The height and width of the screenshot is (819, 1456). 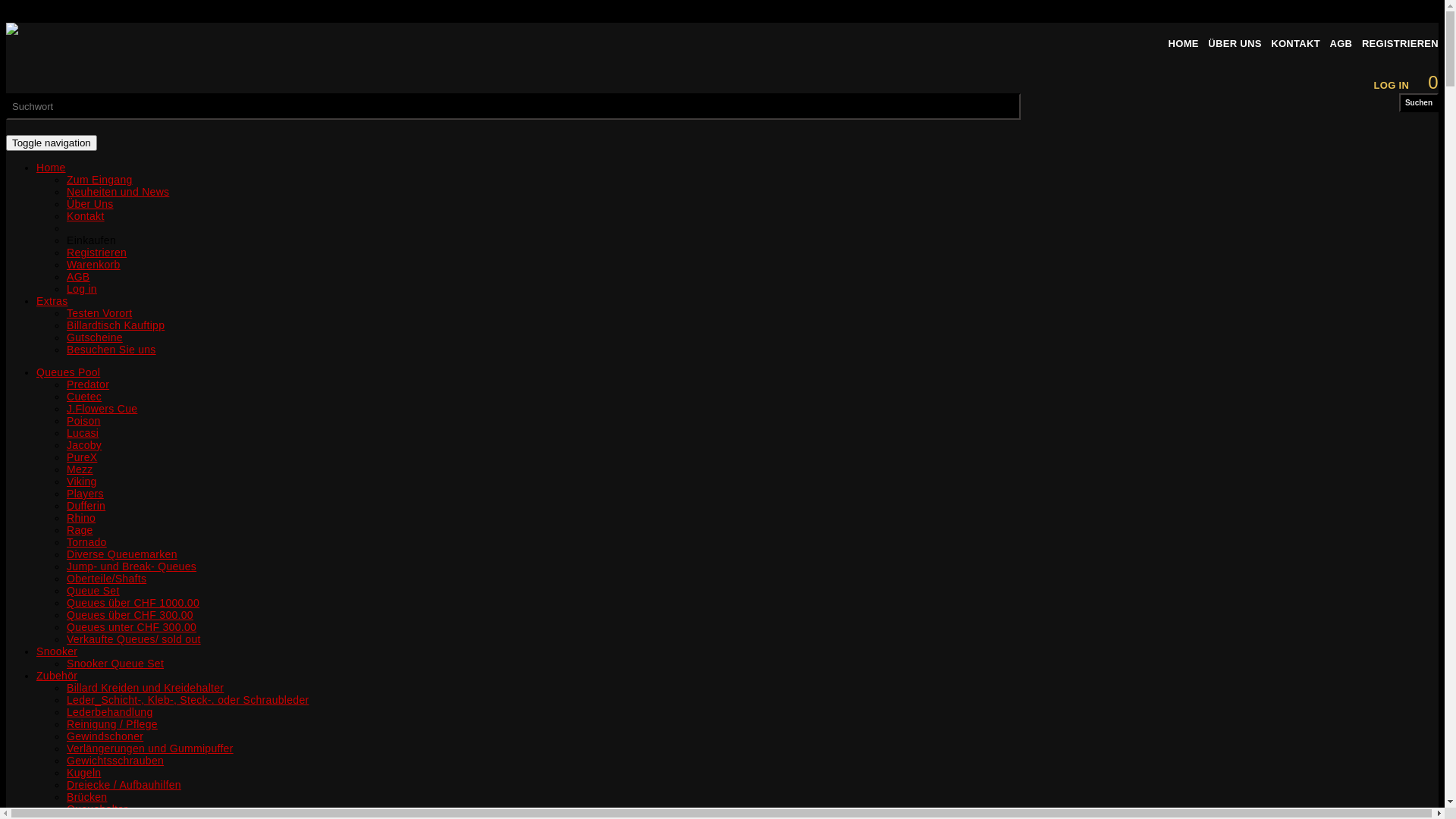 I want to click on 'Lederbehandlung', so click(x=108, y=711).